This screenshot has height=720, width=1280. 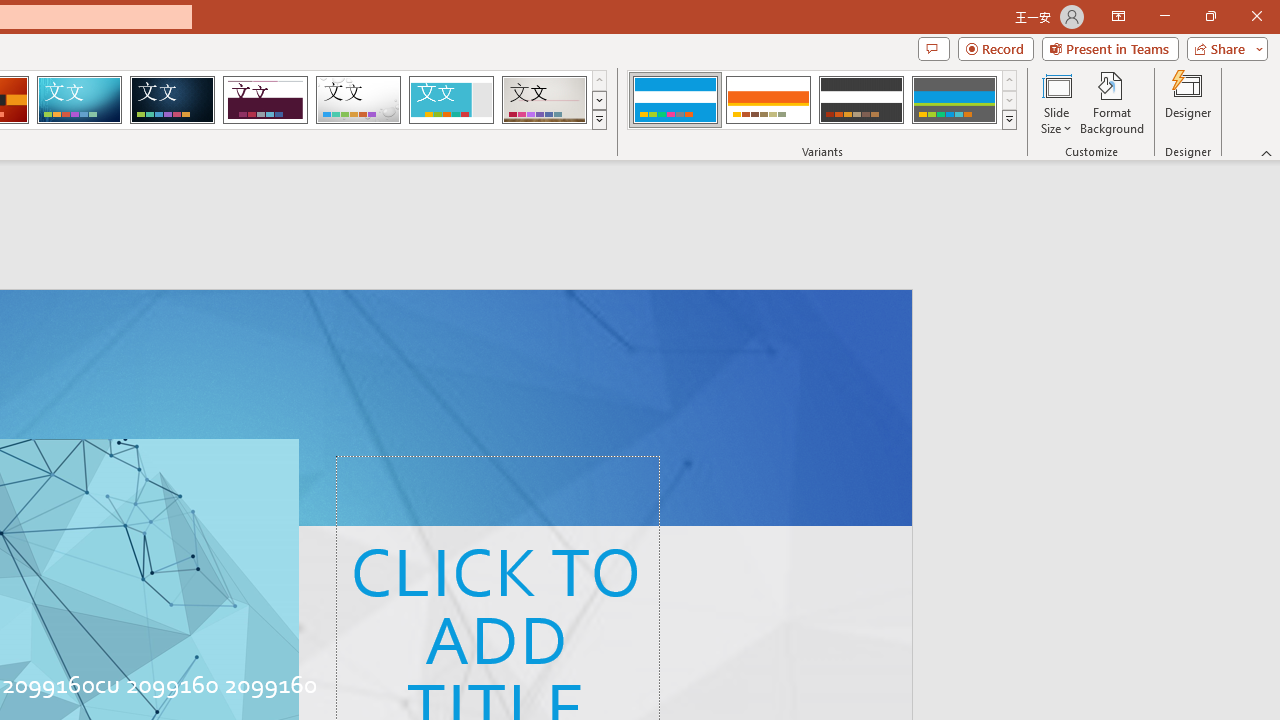 I want to click on 'Circuit', so click(x=79, y=100).